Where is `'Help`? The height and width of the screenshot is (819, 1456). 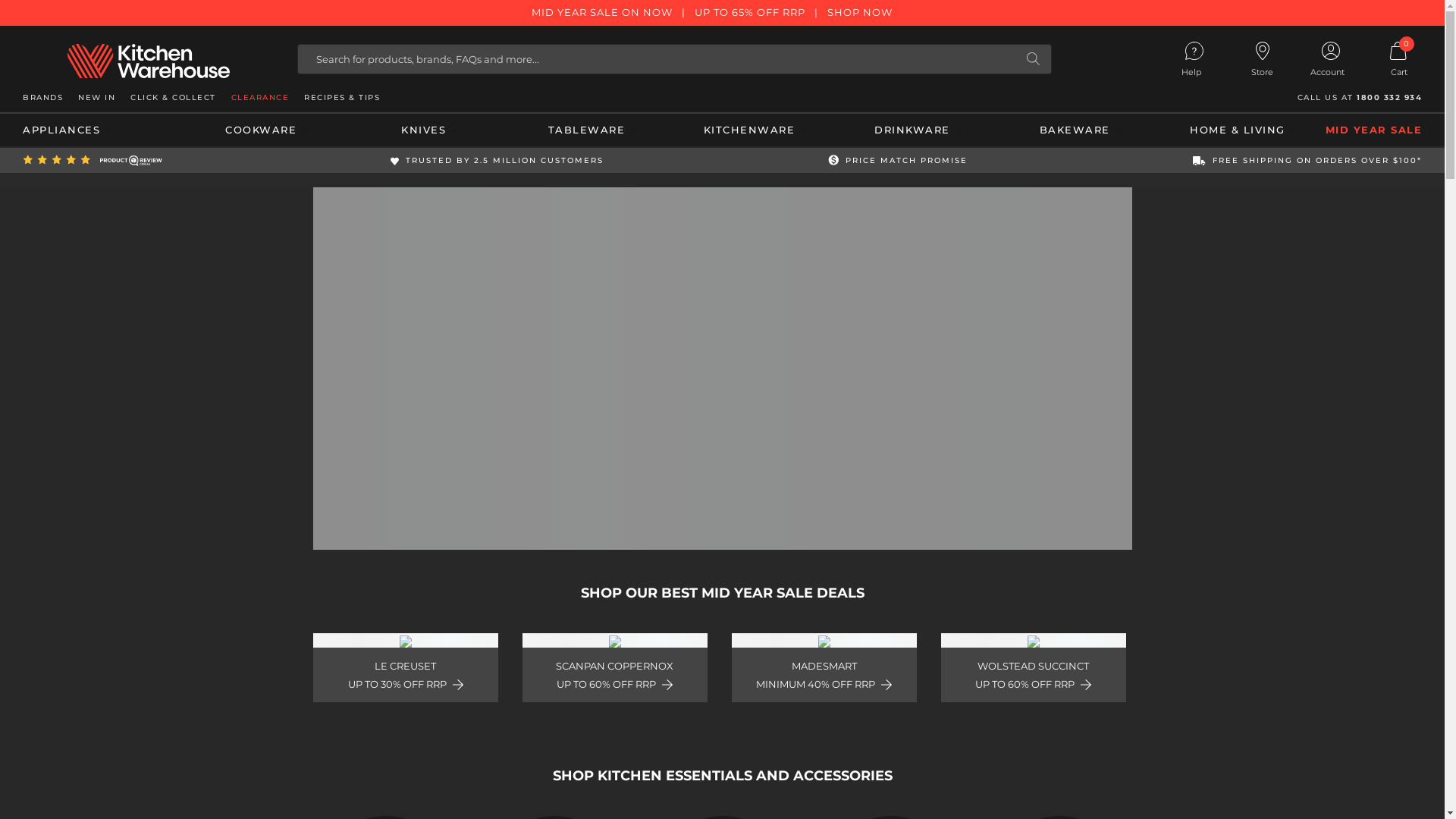 'Help is located at coordinates (1159, 61).